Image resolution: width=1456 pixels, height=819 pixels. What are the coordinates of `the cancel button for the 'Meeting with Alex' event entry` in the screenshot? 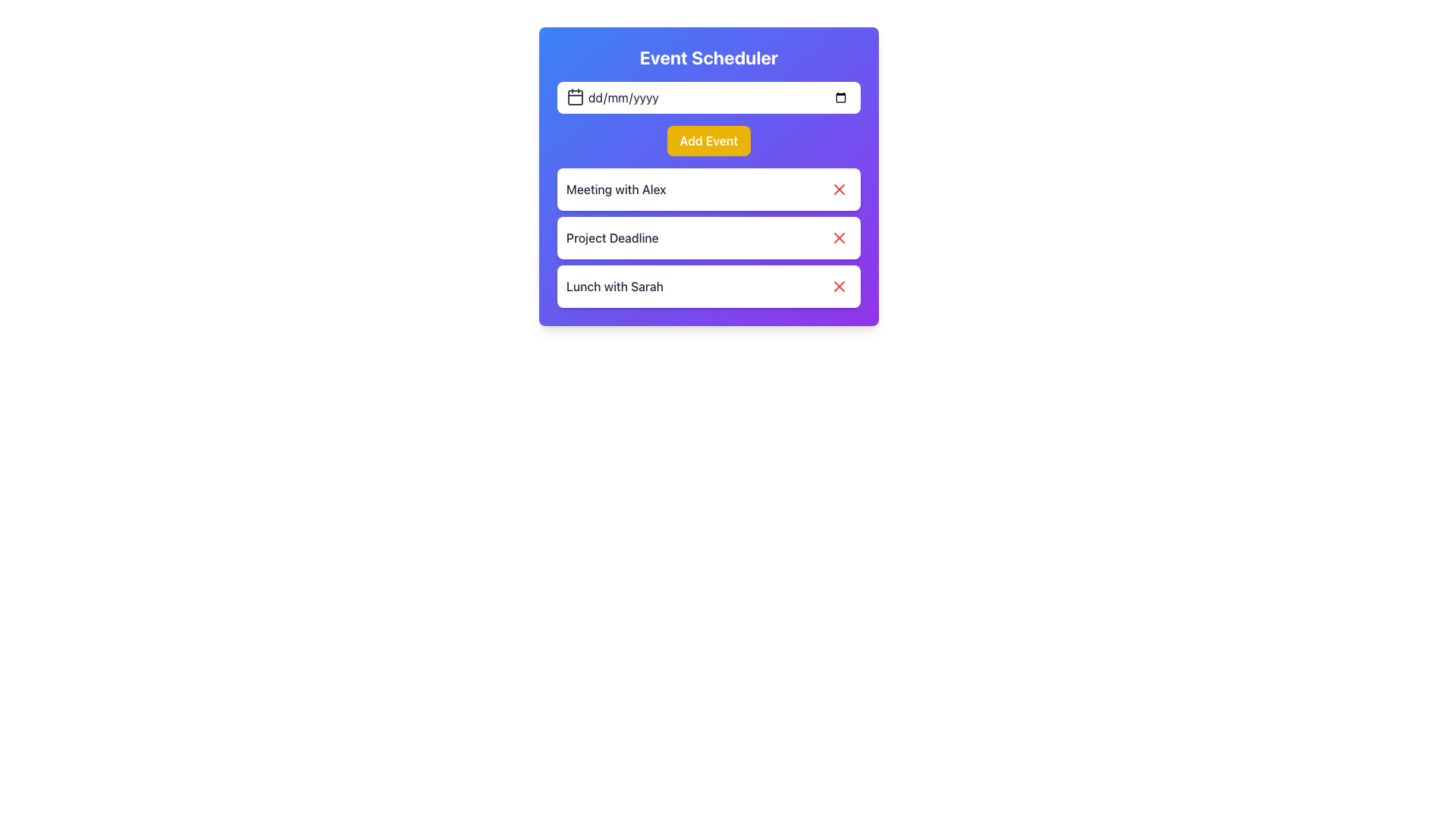 It's located at (839, 189).